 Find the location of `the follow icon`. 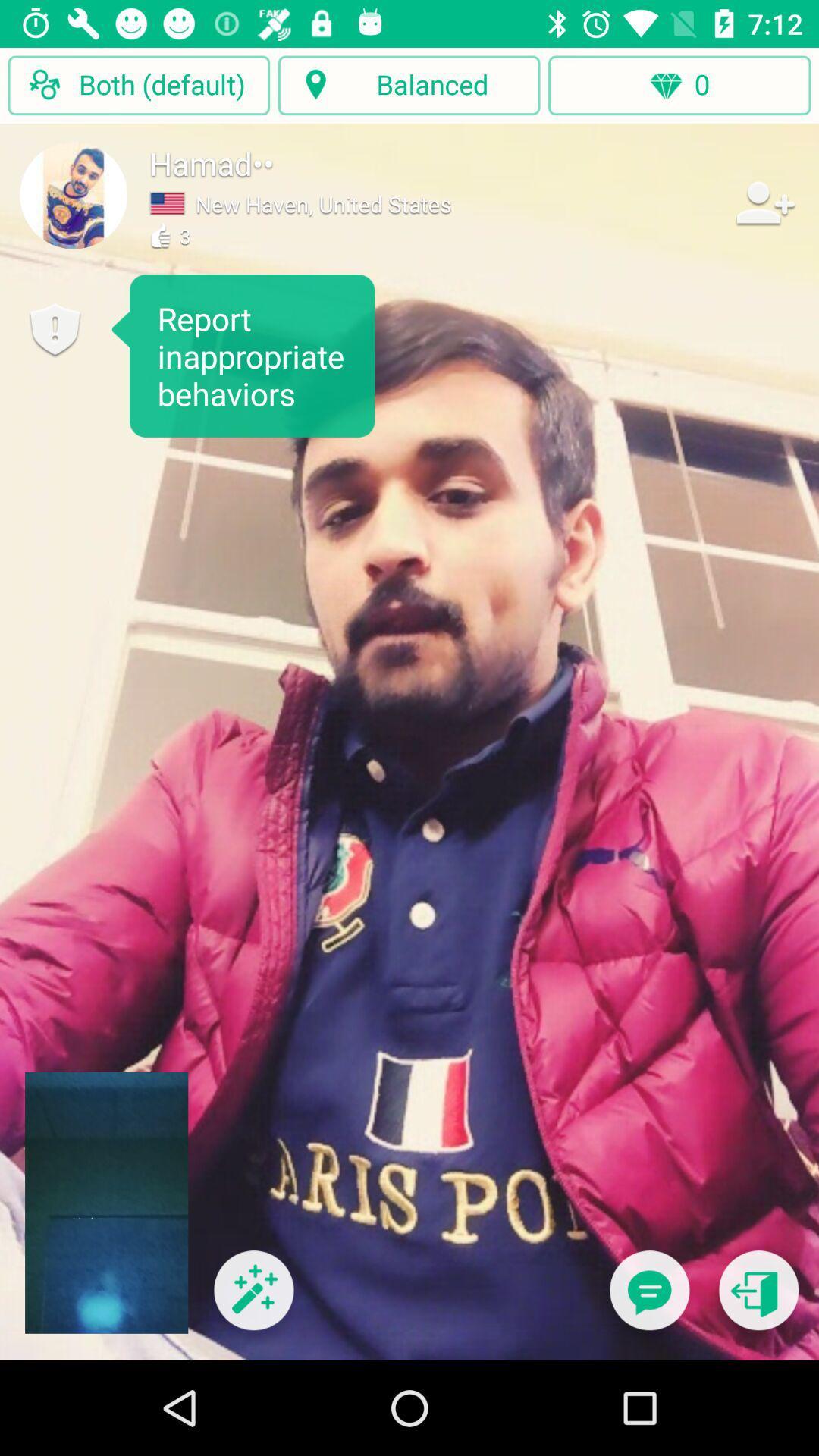

the follow icon is located at coordinates (764, 202).